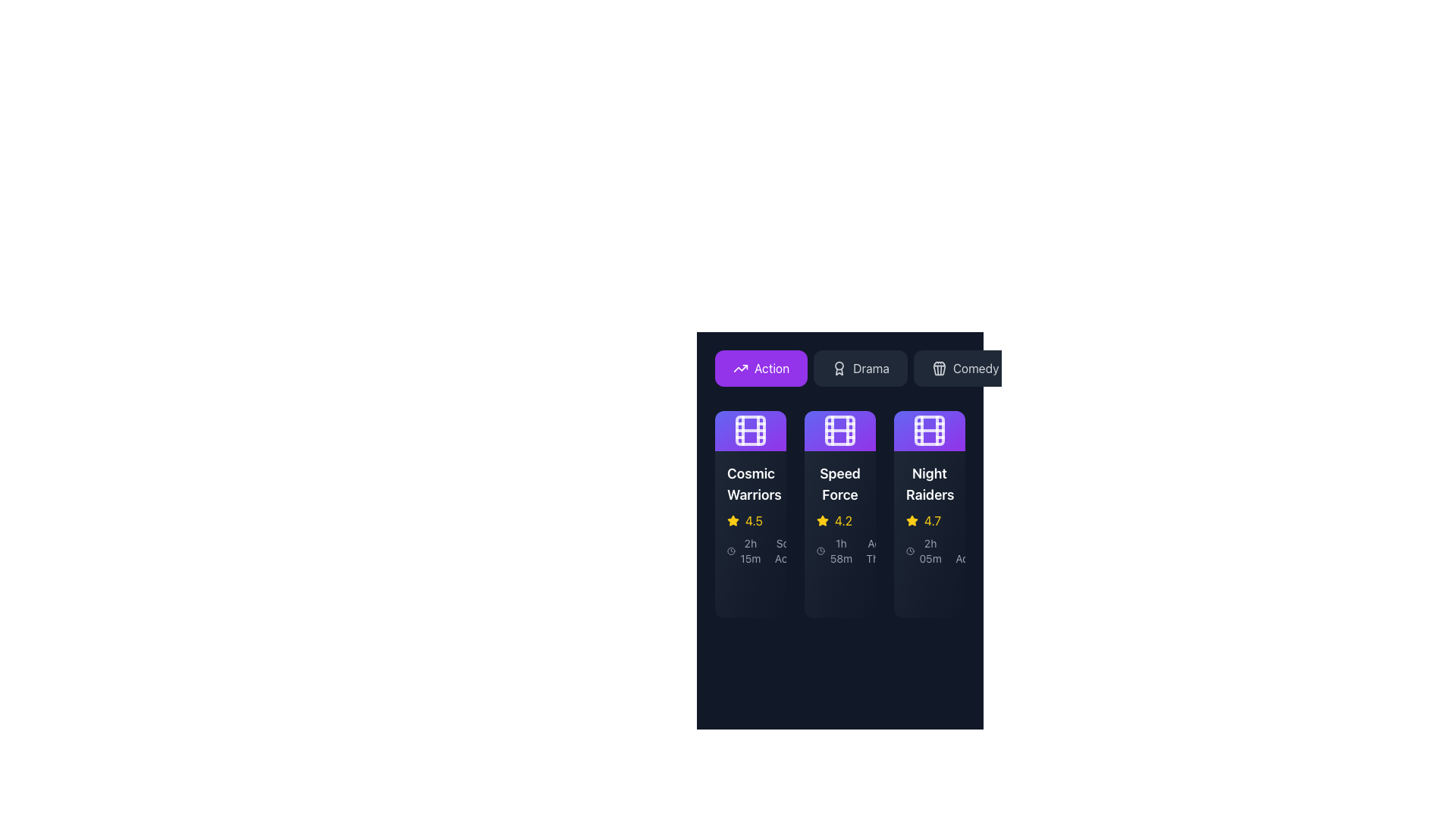 The image size is (1456, 819). What do you see at coordinates (928, 430) in the screenshot?
I see `the decorative icon representing the movie 'Night Raiders' which is the third card in the horizontal sequence of movie cards under the 'Action' category` at bounding box center [928, 430].